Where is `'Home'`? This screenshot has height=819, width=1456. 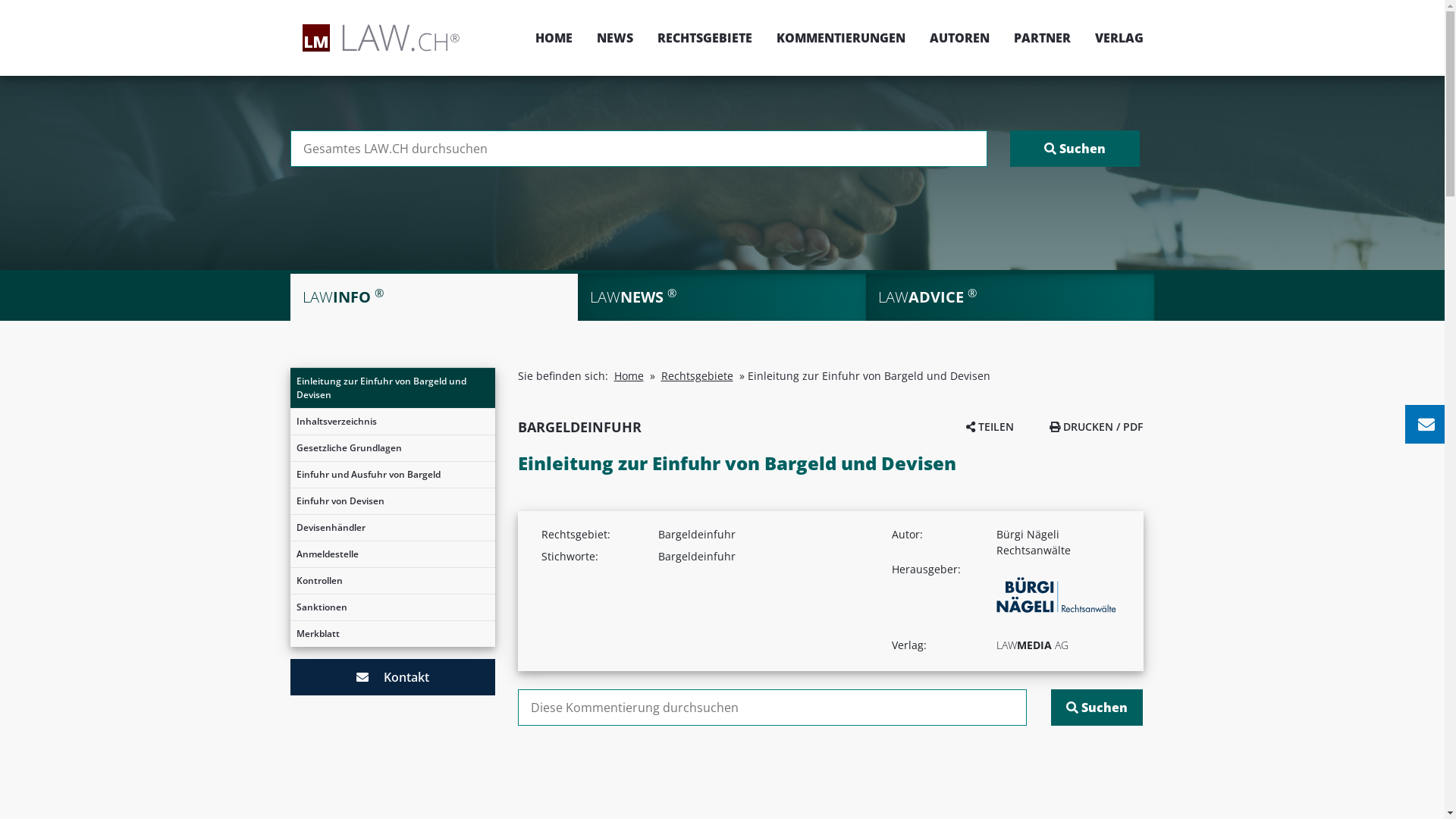
'Home' is located at coordinates (629, 375).